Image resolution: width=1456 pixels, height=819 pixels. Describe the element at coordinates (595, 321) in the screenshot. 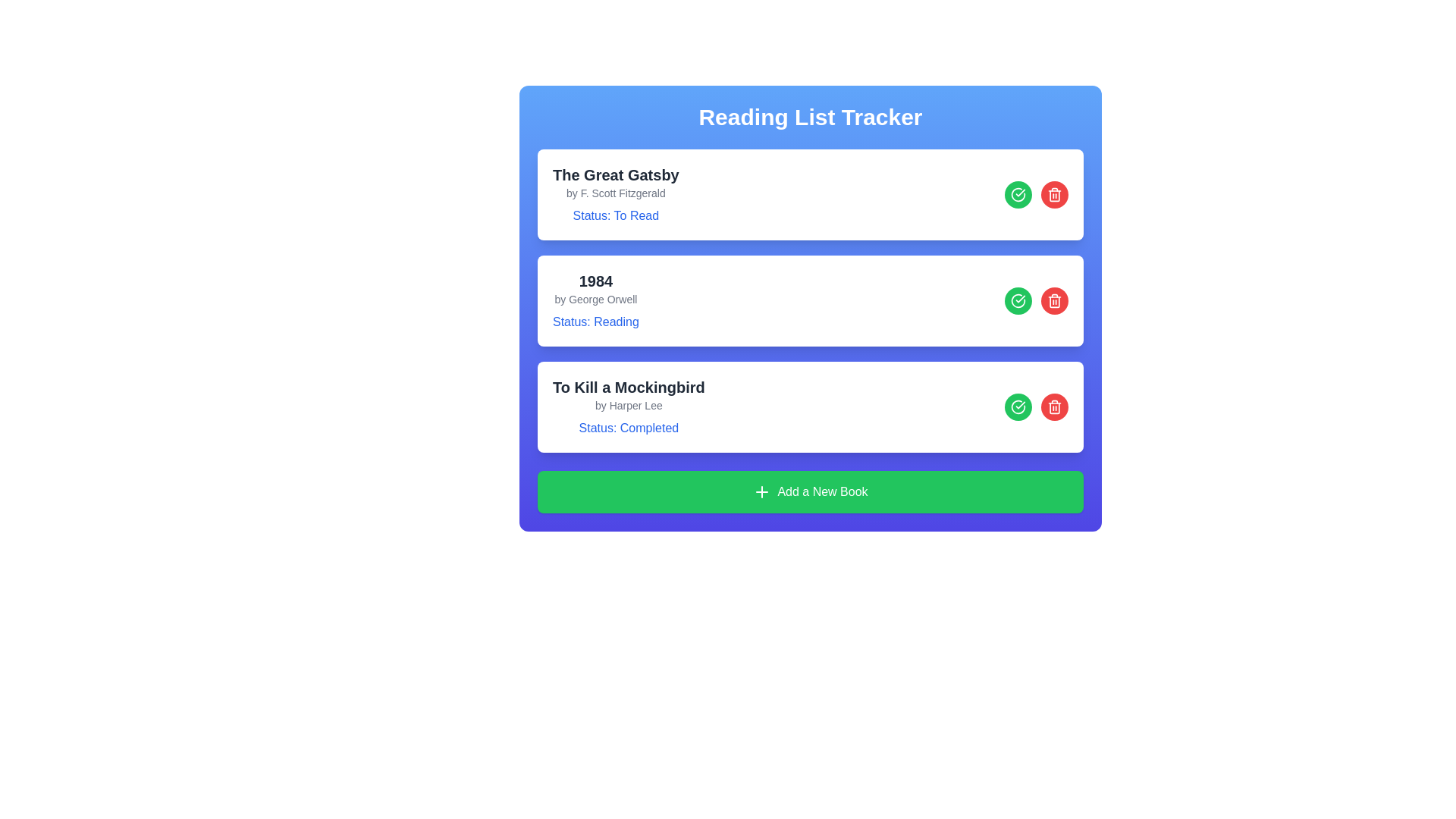

I see `the text label displaying 'Status: Reading', which is positioned below the author's label in the book entry for '1984' by George Orwell` at that location.